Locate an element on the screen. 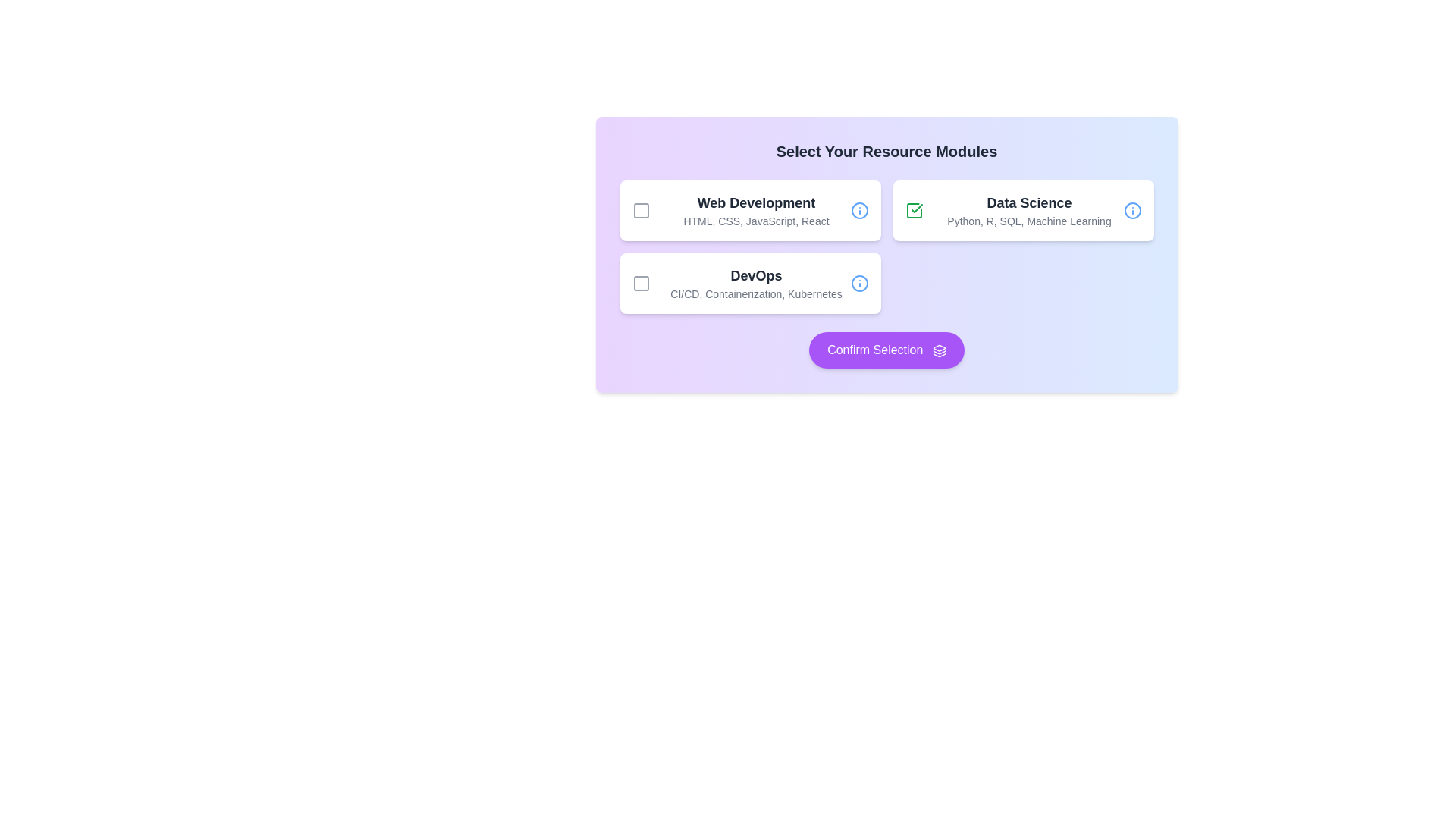  the module selection option for 'Data Science' located in the center right section of the interface within the bordered selection box is located at coordinates (1029, 210).